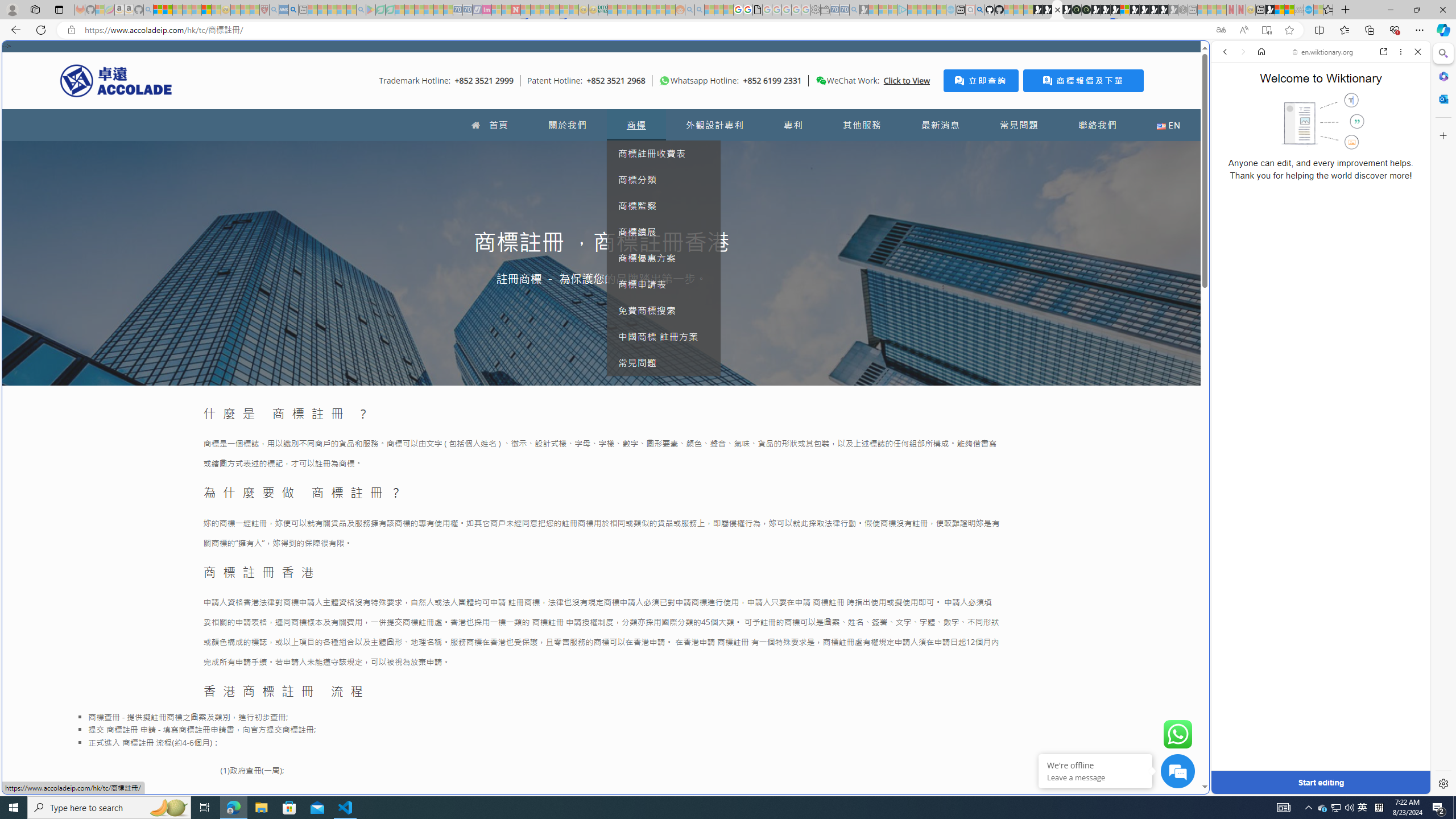  Describe the element at coordinates (1085, 9) in the screenshot. I see `'Future Focus Report 2024'` at that location.